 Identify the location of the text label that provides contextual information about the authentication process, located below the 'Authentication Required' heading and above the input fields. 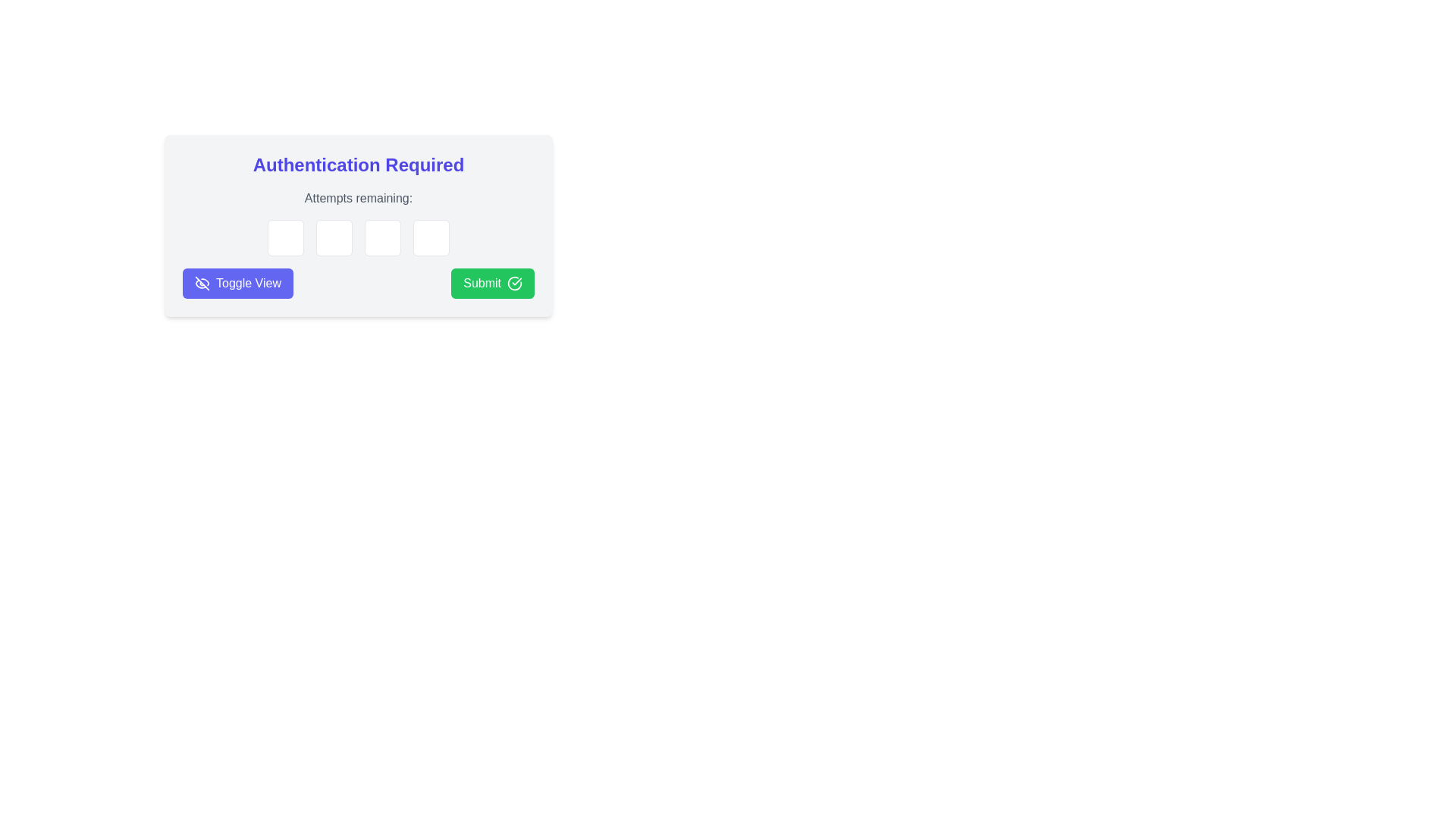
(358, 198).